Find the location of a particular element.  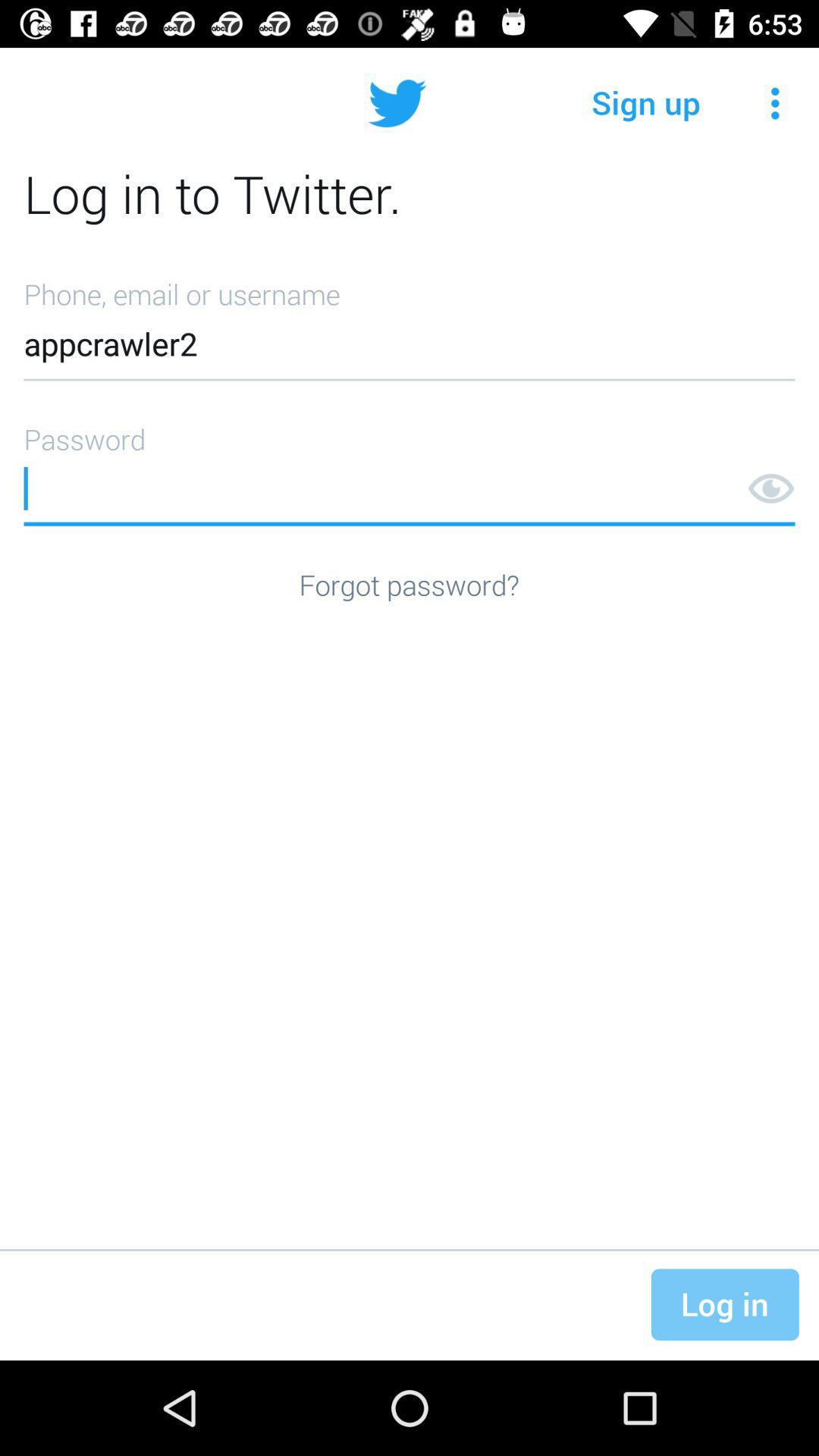

forgot password? at the center is located at coordinates (408, 584).